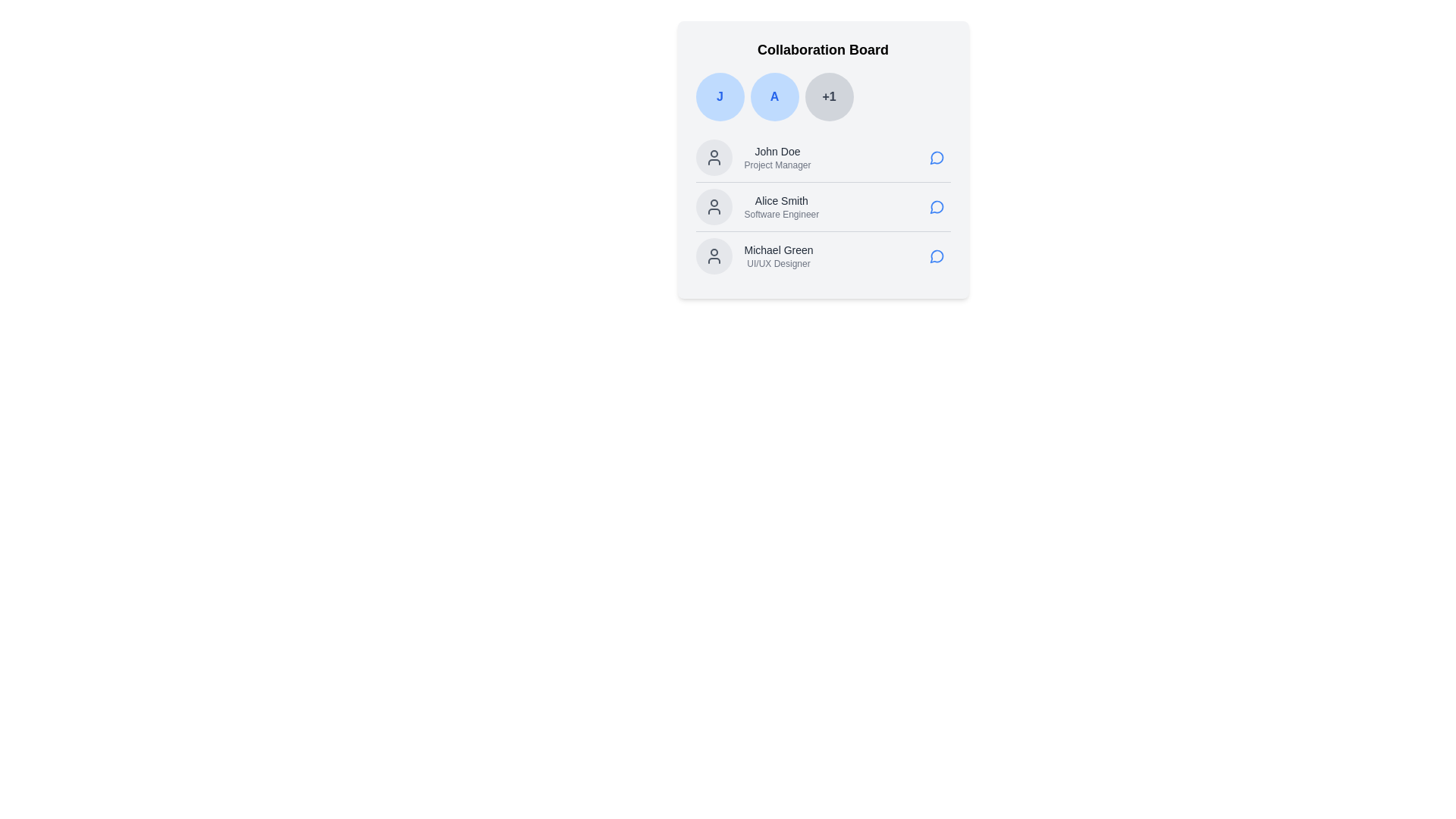 The image size is (1456, 819). I want to click on the static text label indicating the role or position of 'John Doe', which is positioned directly below his name, so click(777, 165).